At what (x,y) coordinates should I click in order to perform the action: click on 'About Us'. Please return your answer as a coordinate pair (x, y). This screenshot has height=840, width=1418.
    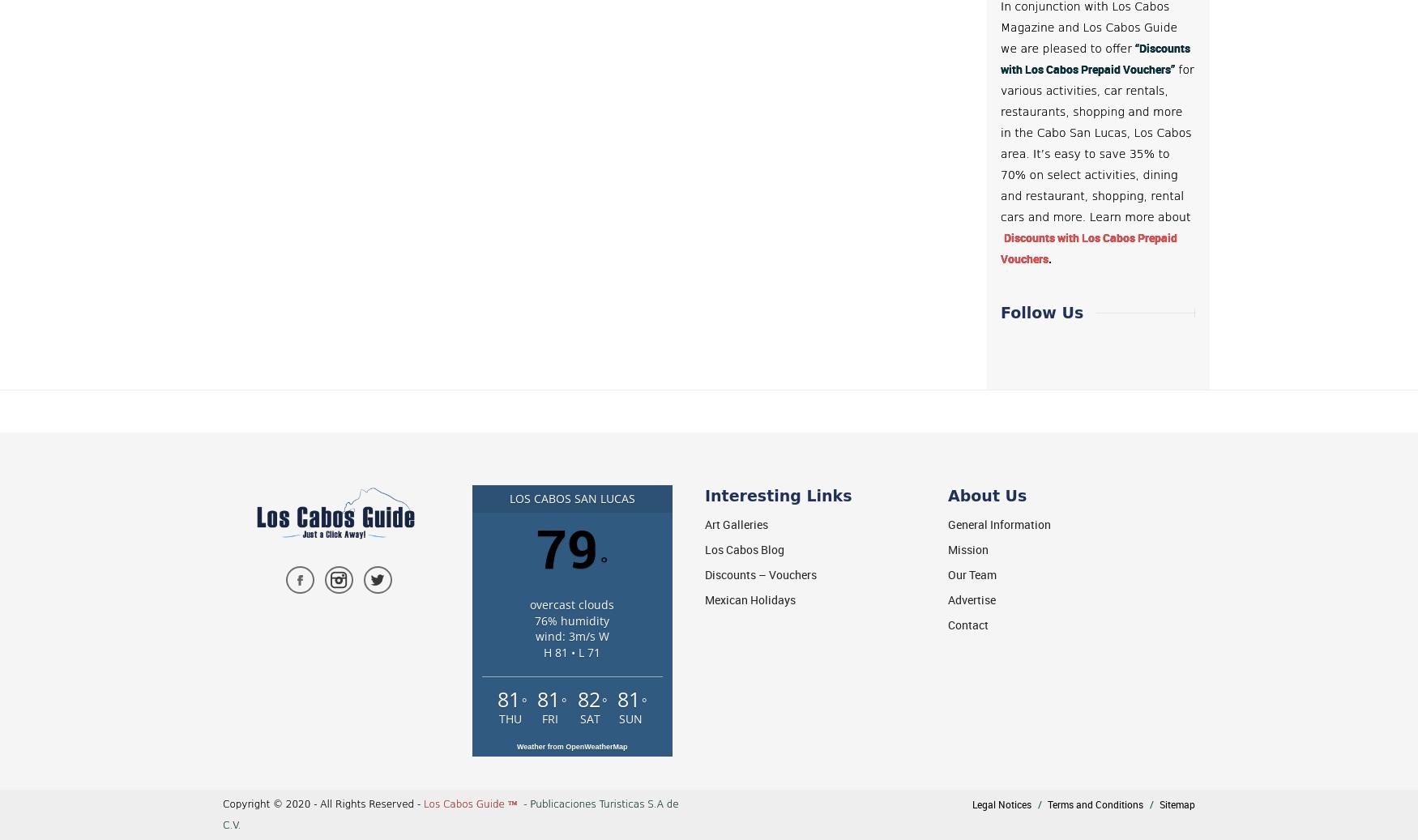
    Looking at the image, I should click on (987, 496).